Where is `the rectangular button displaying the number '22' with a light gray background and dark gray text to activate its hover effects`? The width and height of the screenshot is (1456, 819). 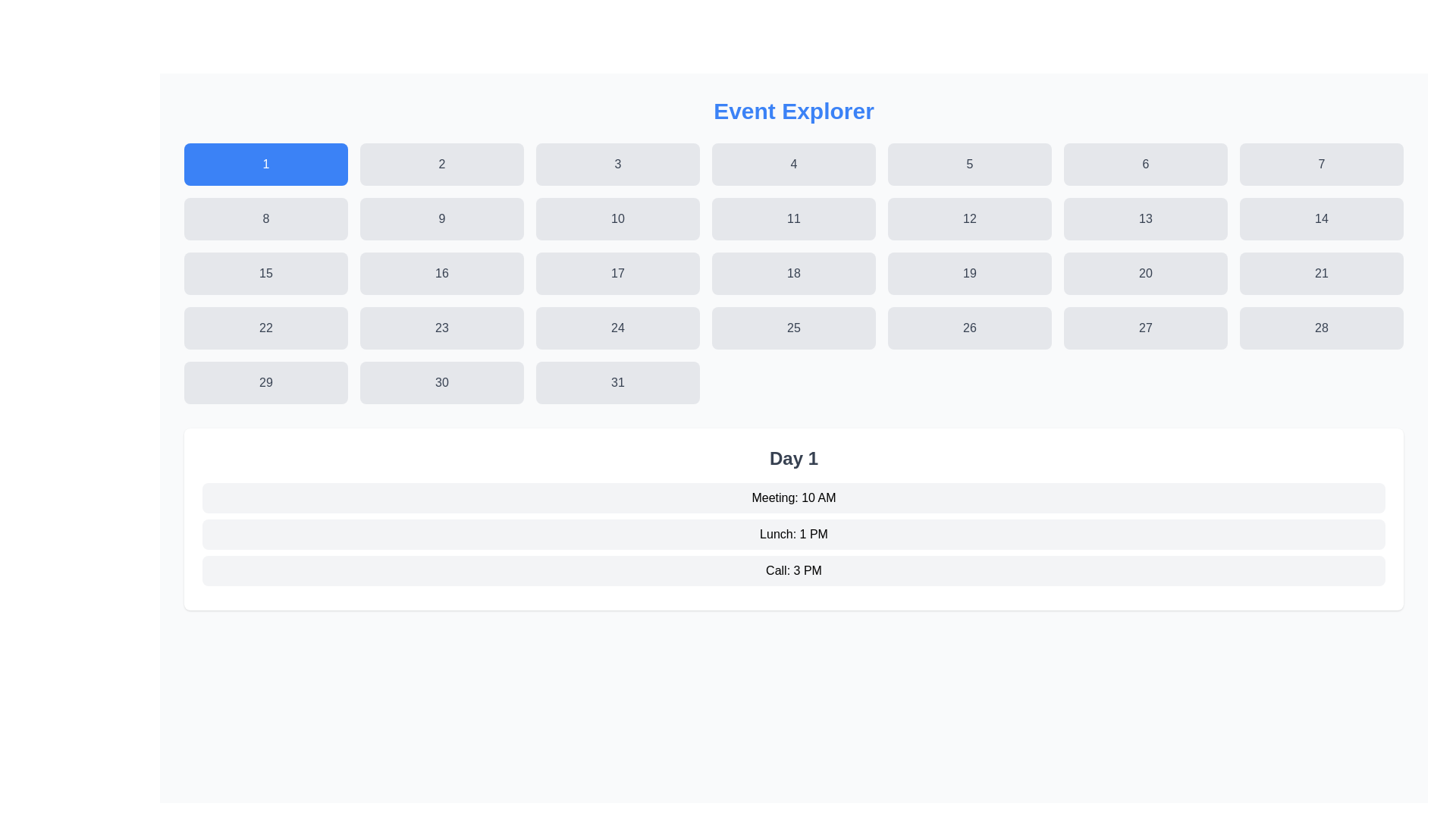 the rectangular button displaying the number '22' with a light gray background and dark gray text to activate its hover effects is located at coordinates (265, 327).